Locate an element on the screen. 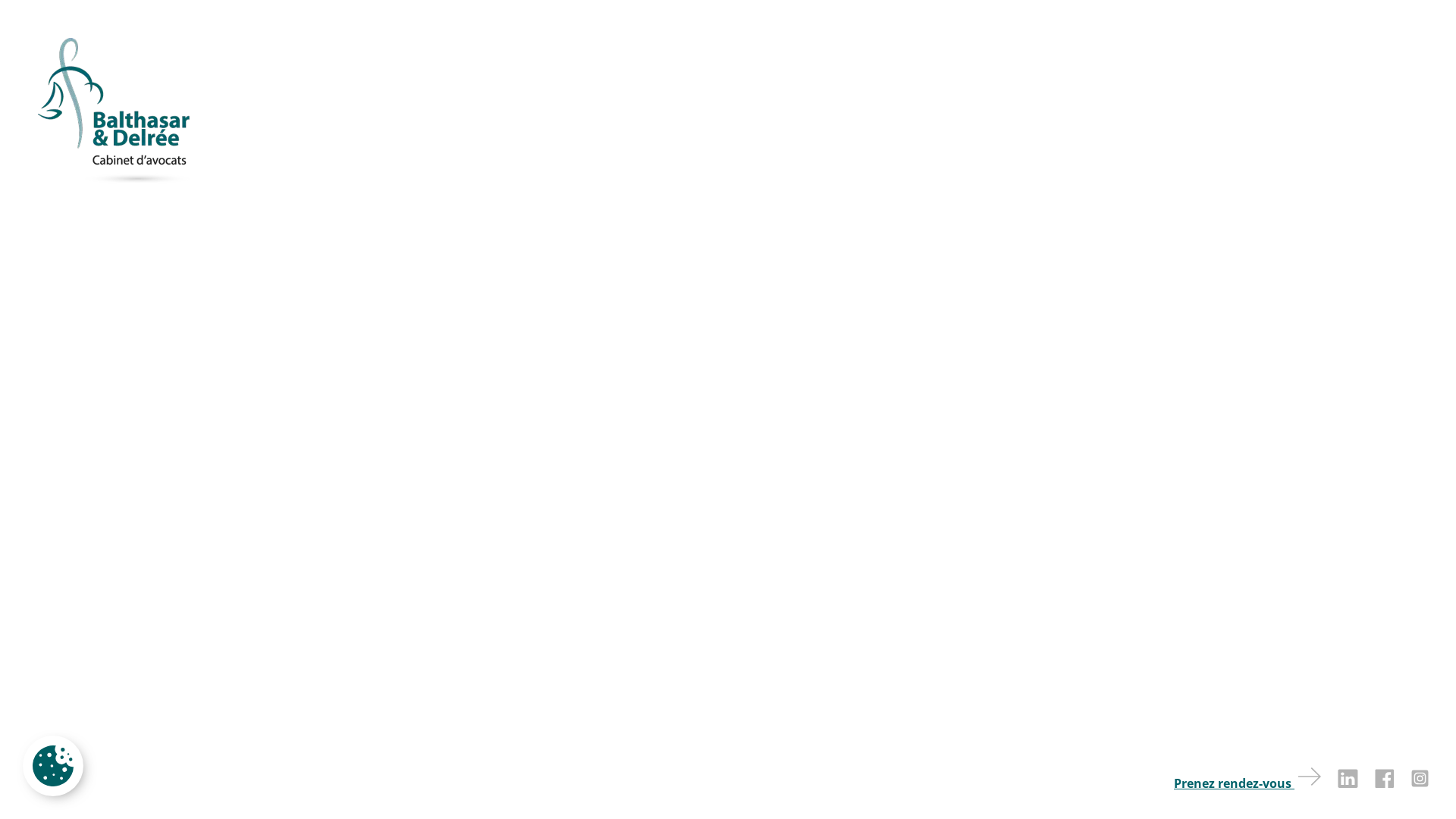  'Prenez rendez-vous' is located at coordinates (1241, 778).